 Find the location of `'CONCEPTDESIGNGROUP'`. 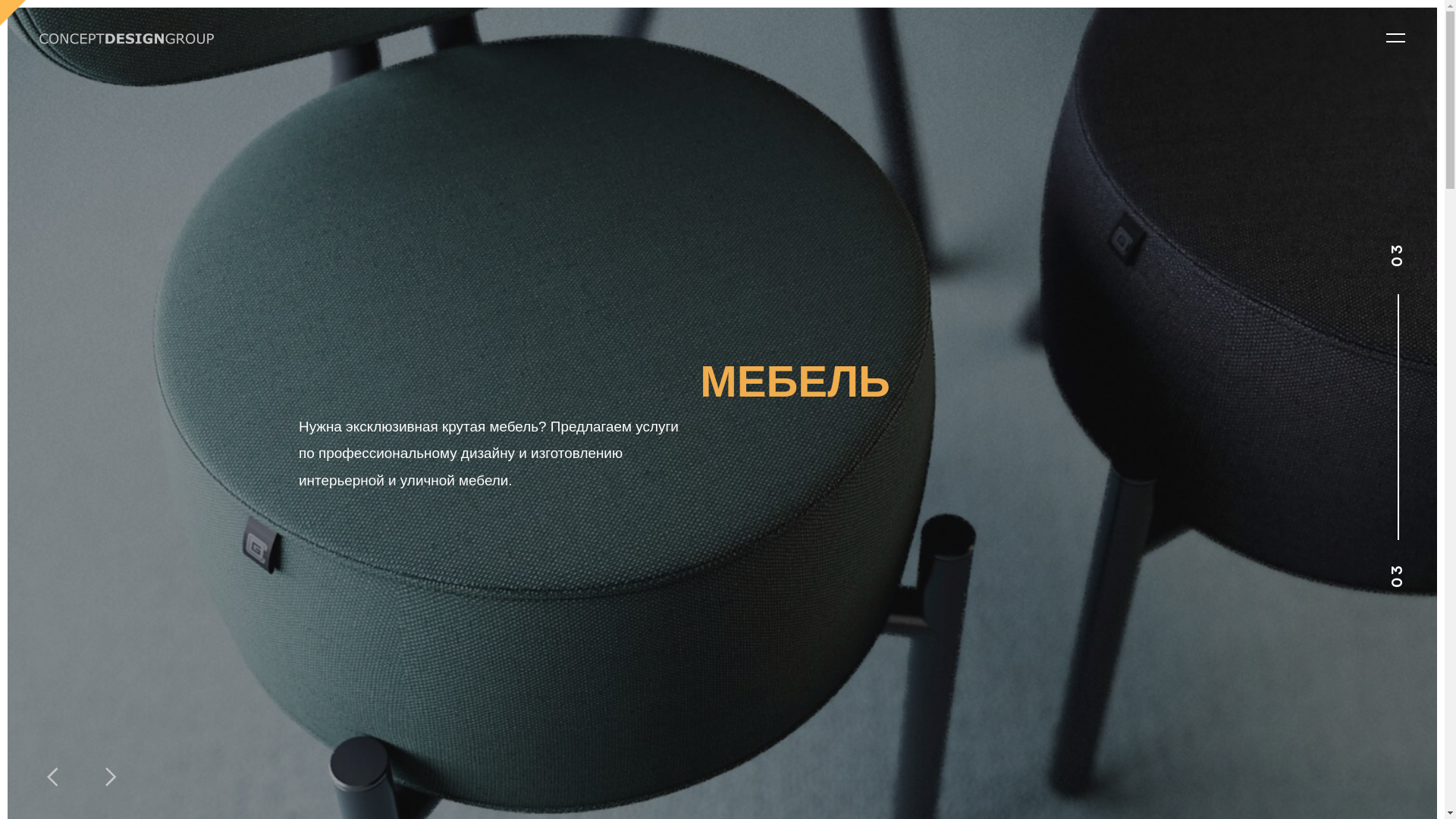

'CONCEPTDESIGNGROUP' is located at coordinates (127, 37).